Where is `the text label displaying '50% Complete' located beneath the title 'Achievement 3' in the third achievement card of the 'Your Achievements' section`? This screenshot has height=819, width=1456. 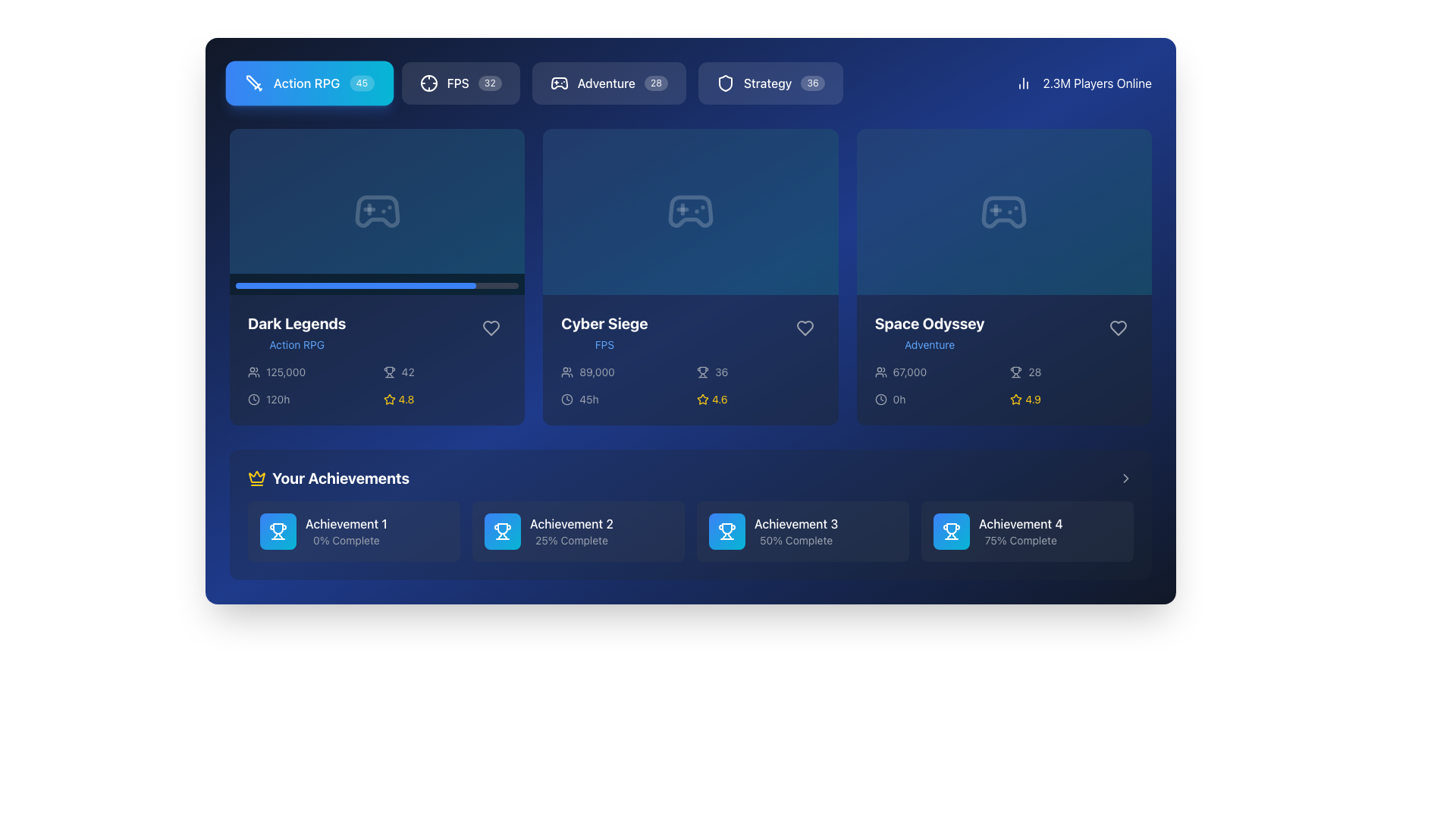 the text label displaying '50% Complete' located beneath the title 'Achievement 3' in the third achievement card of the 'Your Achievements' section is located at coordinates (795, 540).